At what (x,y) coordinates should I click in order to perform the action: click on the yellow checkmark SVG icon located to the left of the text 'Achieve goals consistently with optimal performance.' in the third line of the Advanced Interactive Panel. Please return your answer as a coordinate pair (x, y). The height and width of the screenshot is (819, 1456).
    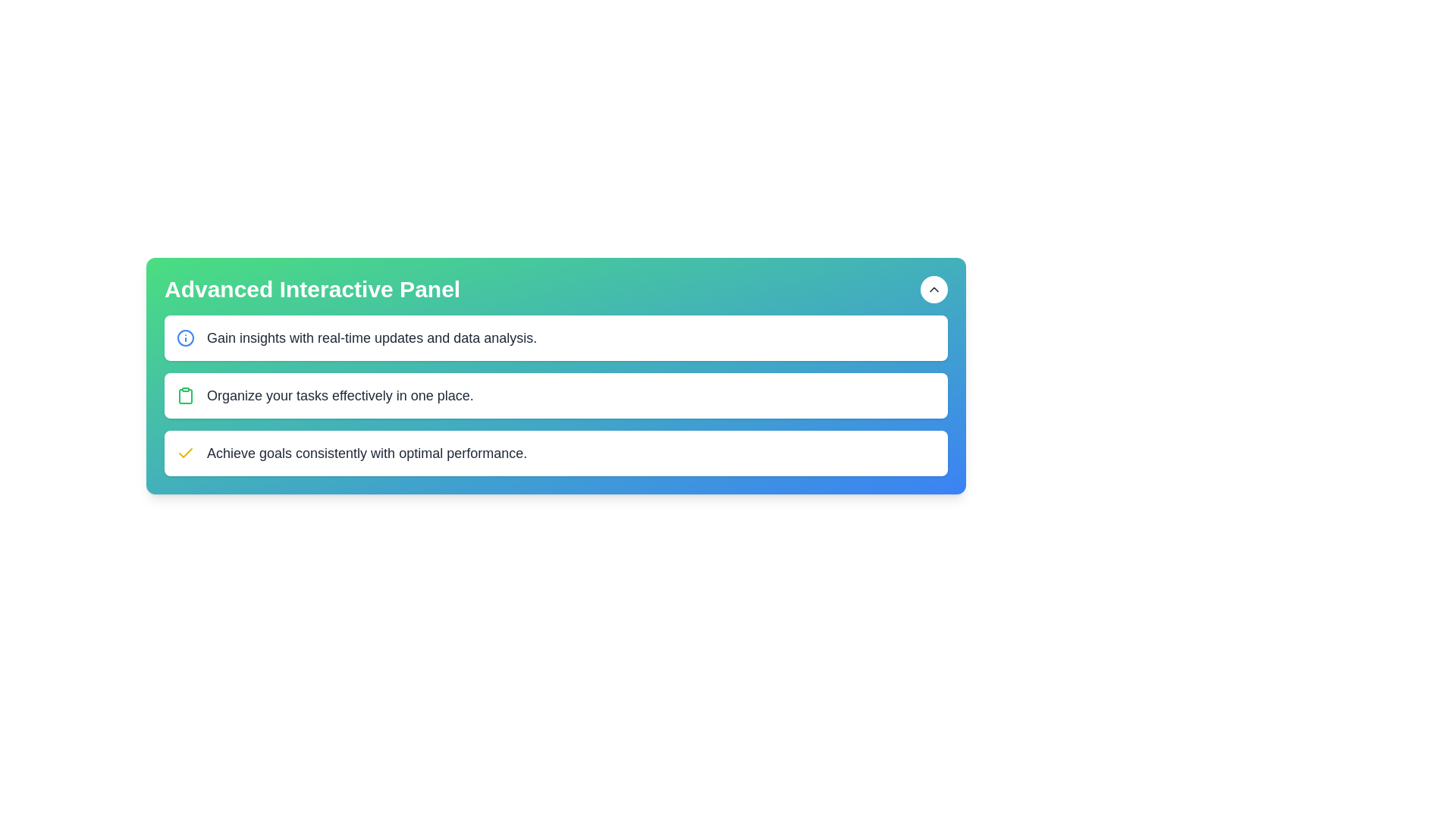
    Looking at the image, I should click on (184, 452).